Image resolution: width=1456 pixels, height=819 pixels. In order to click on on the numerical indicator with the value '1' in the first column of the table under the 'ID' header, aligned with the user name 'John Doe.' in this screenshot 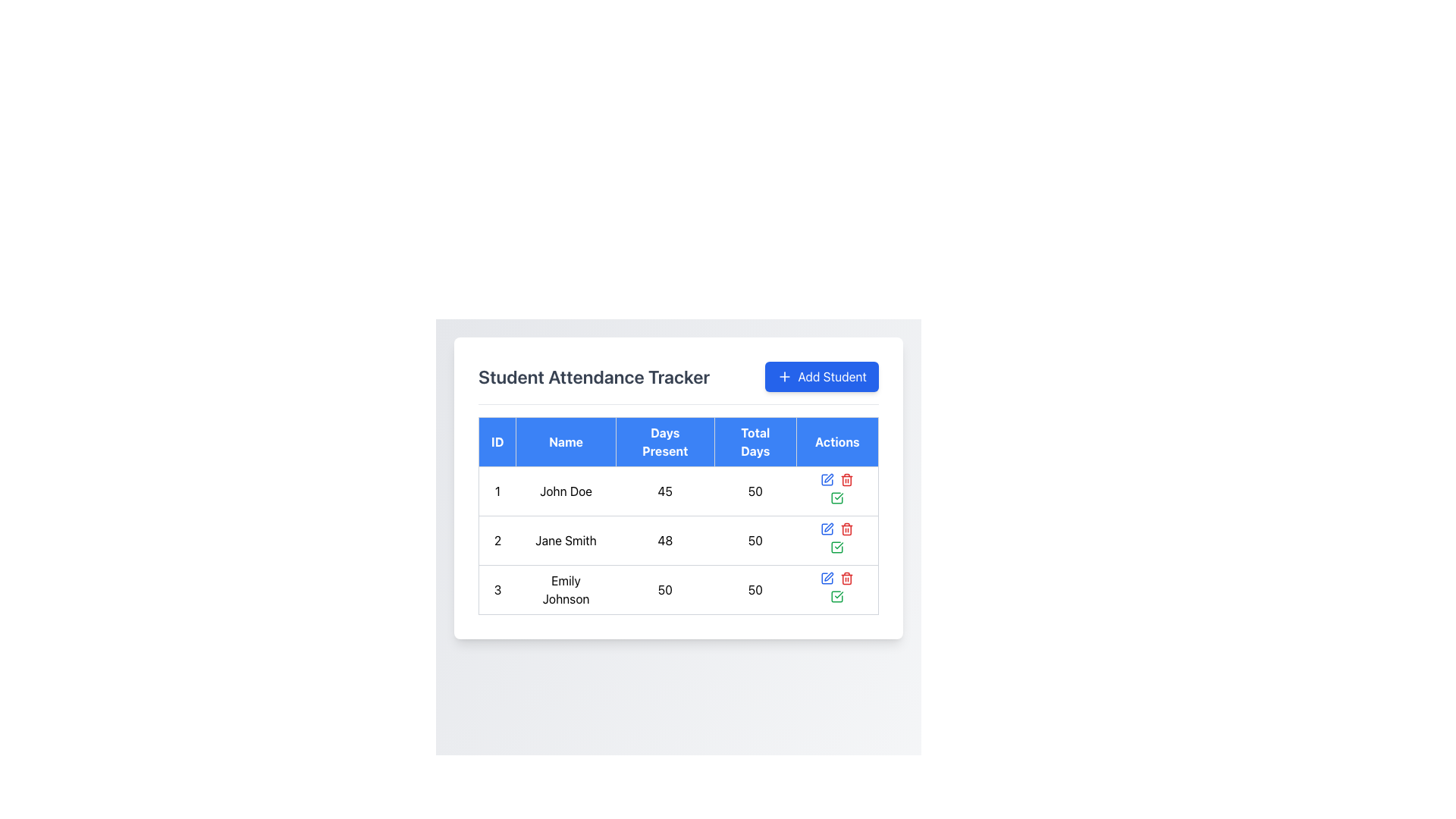, I will do `click(497, 491)`.